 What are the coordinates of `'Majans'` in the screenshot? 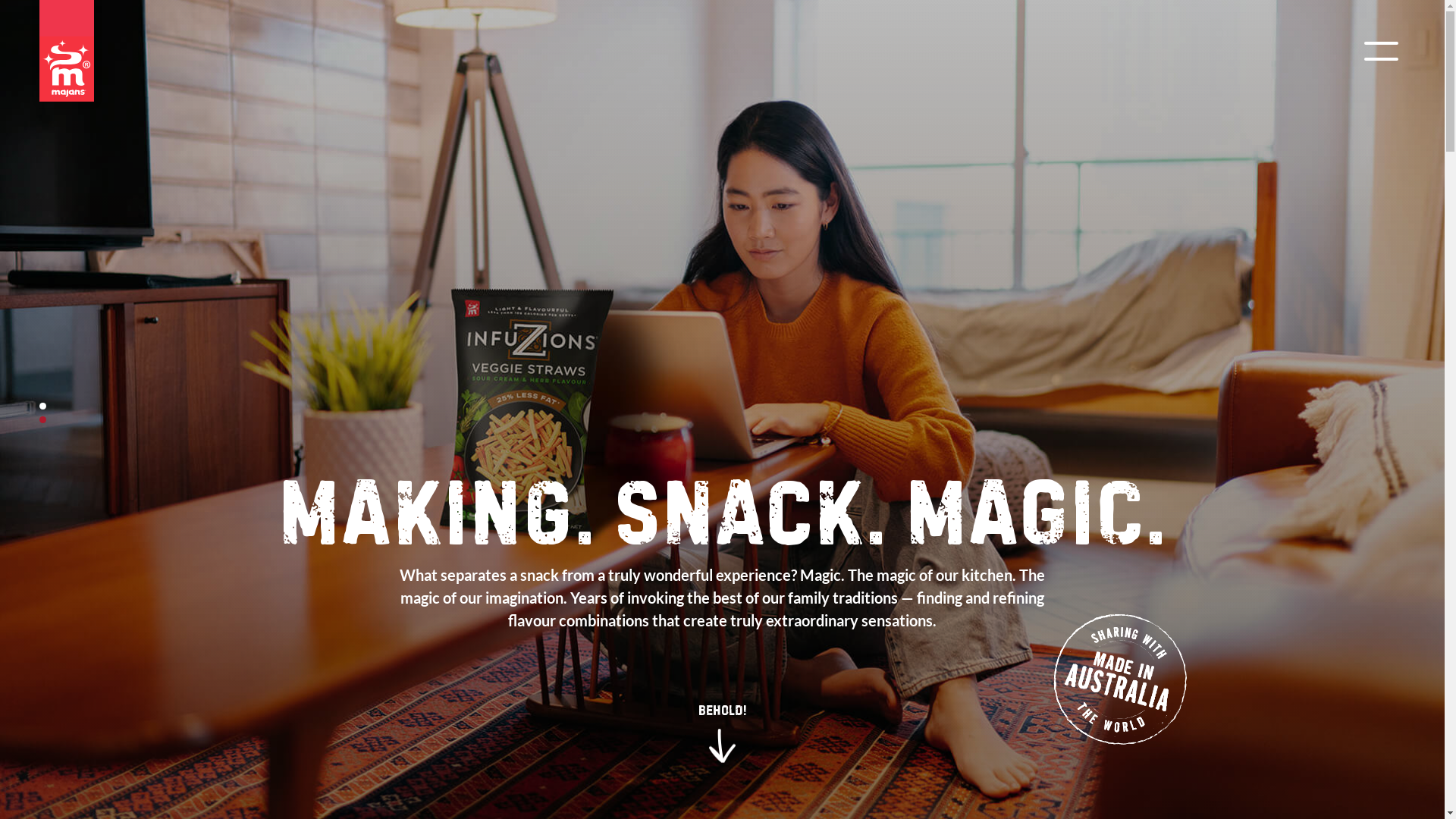 It's located at (65, 49).